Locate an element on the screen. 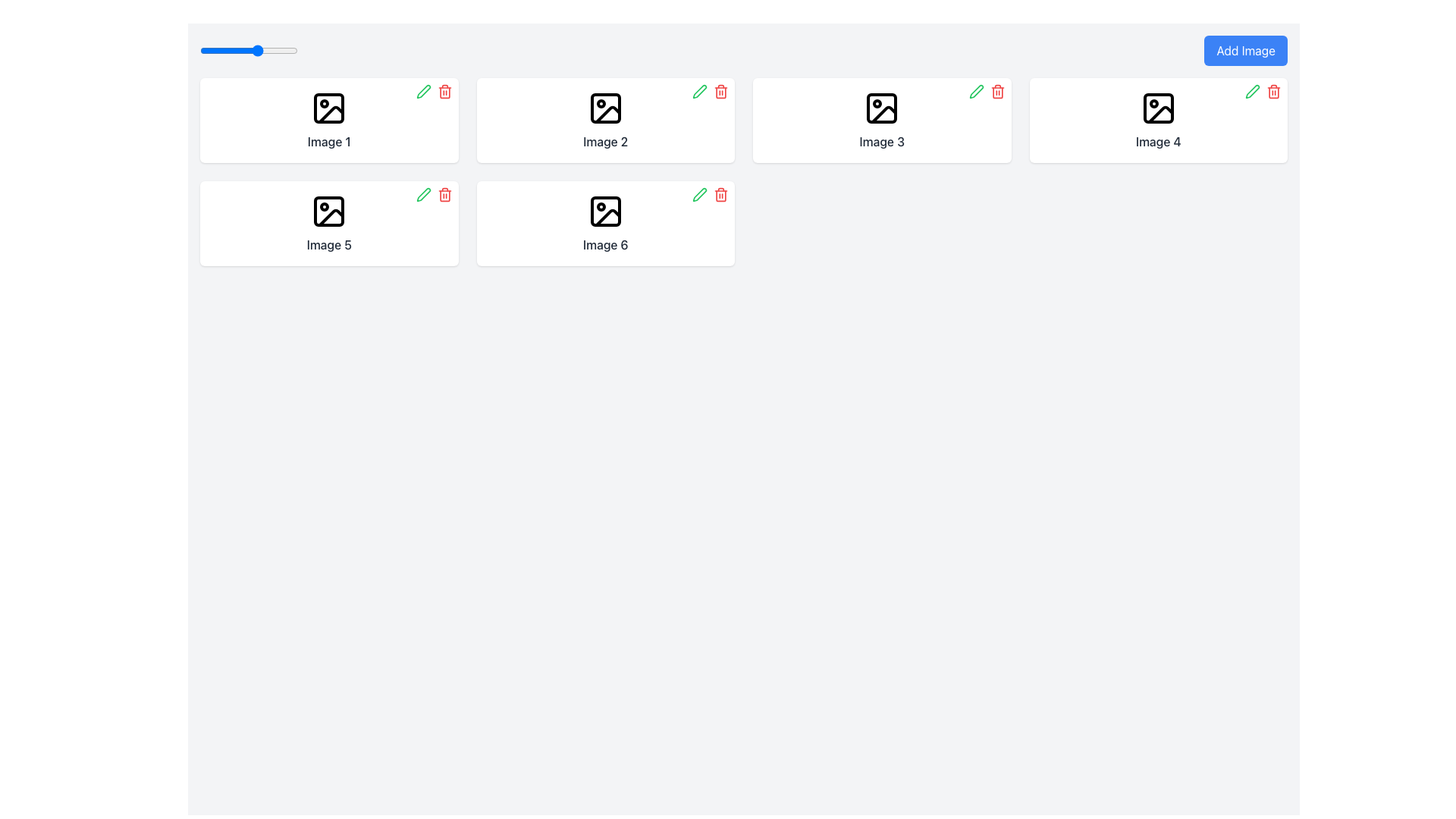  the delete icon in the horizontal icon group for the image item labeled 'Image 3' is located at coordinates (987, 91).